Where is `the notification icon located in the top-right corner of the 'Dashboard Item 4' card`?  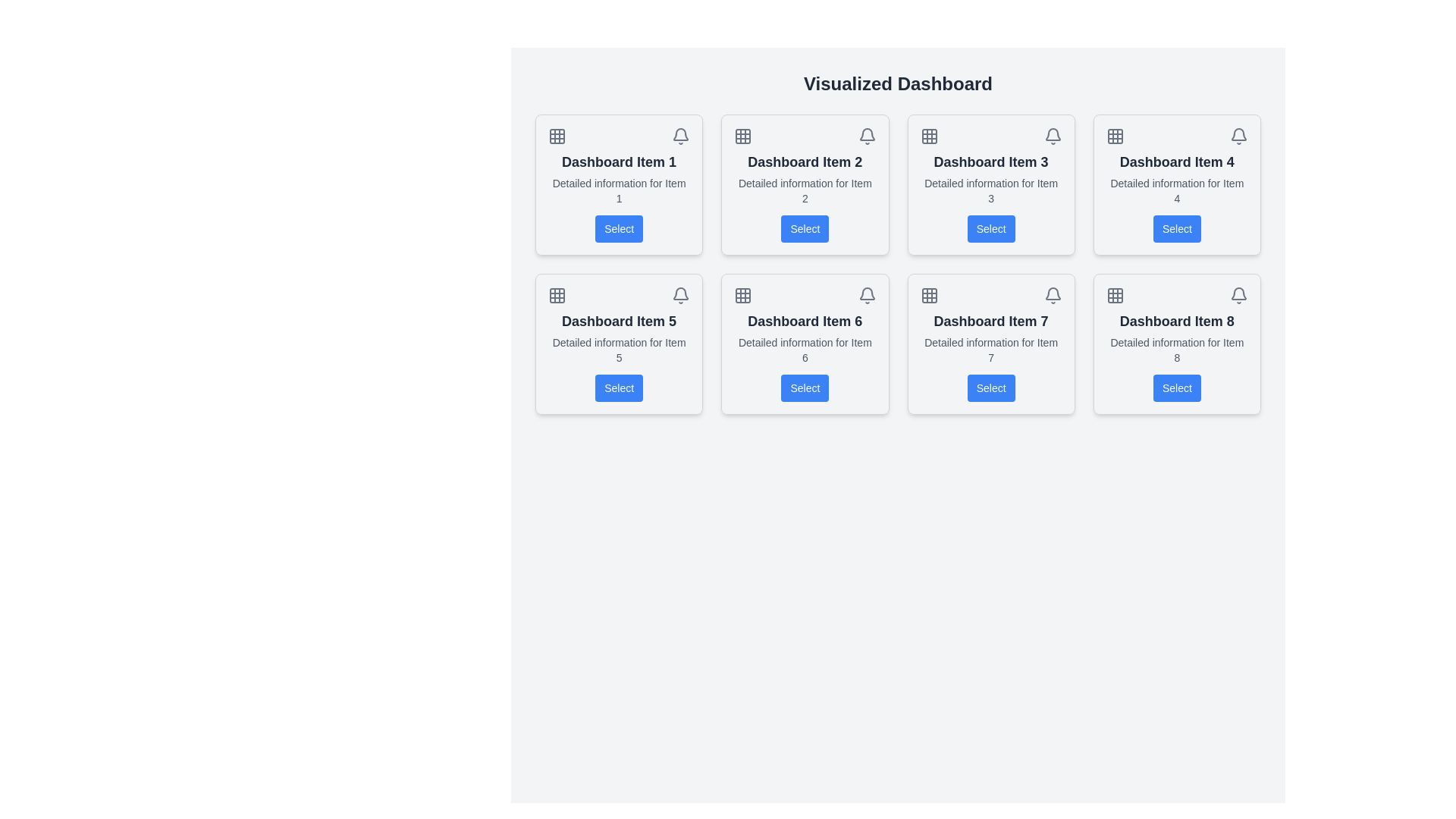
the notification icon located in the top-right corner of the 'Dashboard Item 4' card is located at coordinates (1238, 133).